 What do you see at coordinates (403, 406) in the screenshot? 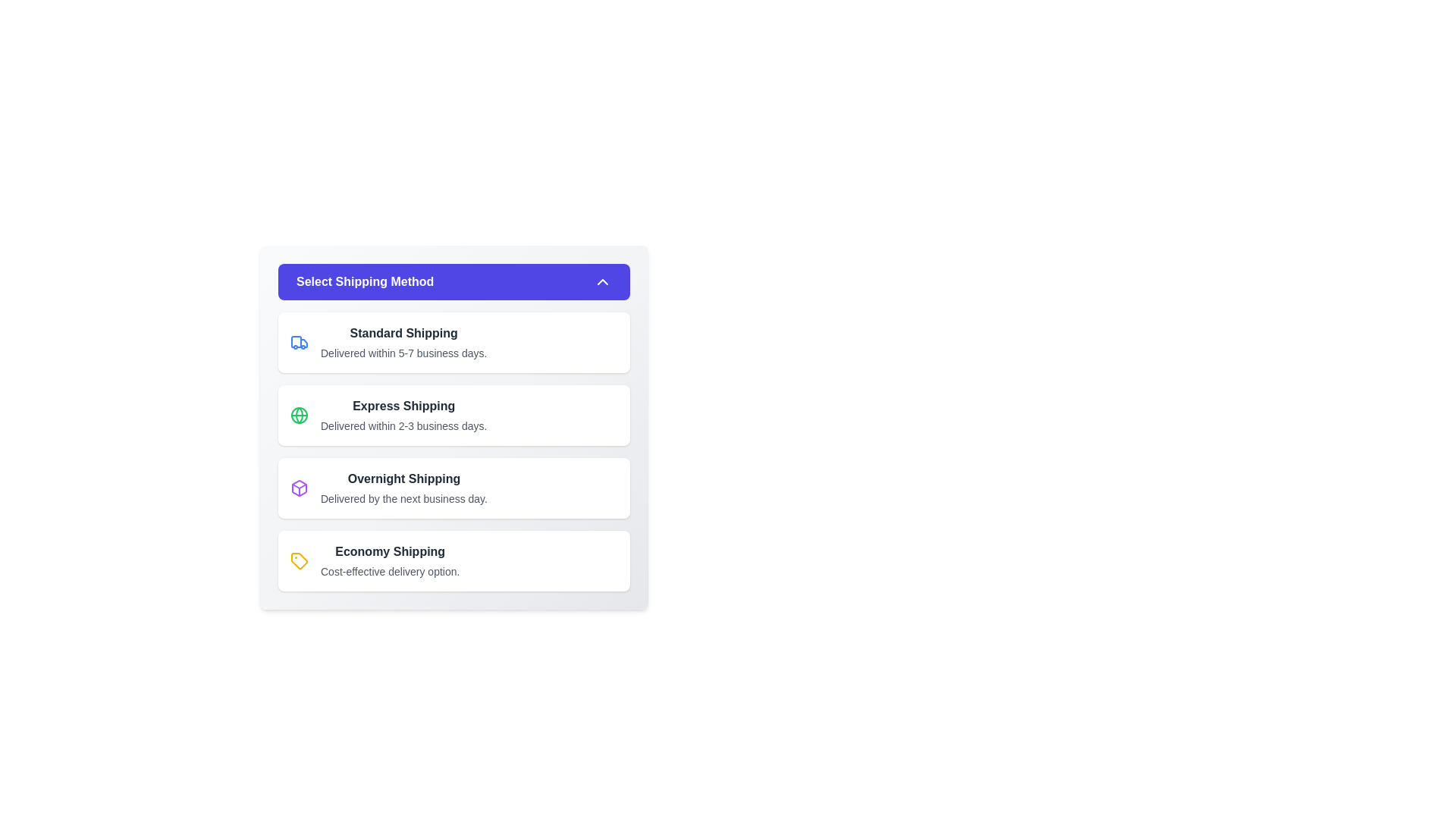
I see `the 'Express Shipping' text label, which serves as the title for the shipping option, located within the shipping method selection area` at bounding box center [403, 406].